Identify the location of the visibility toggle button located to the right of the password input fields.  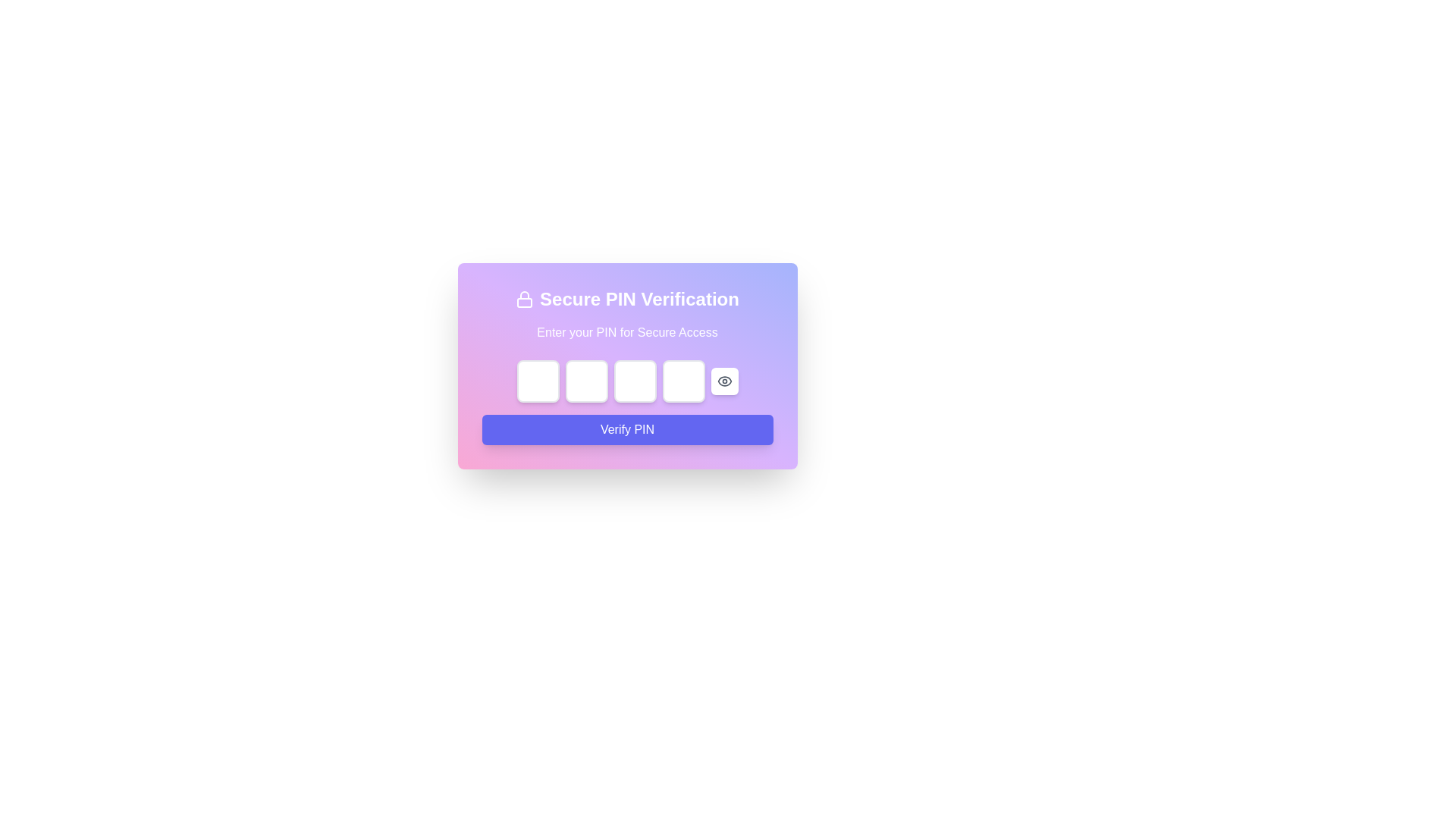
(723, 380).